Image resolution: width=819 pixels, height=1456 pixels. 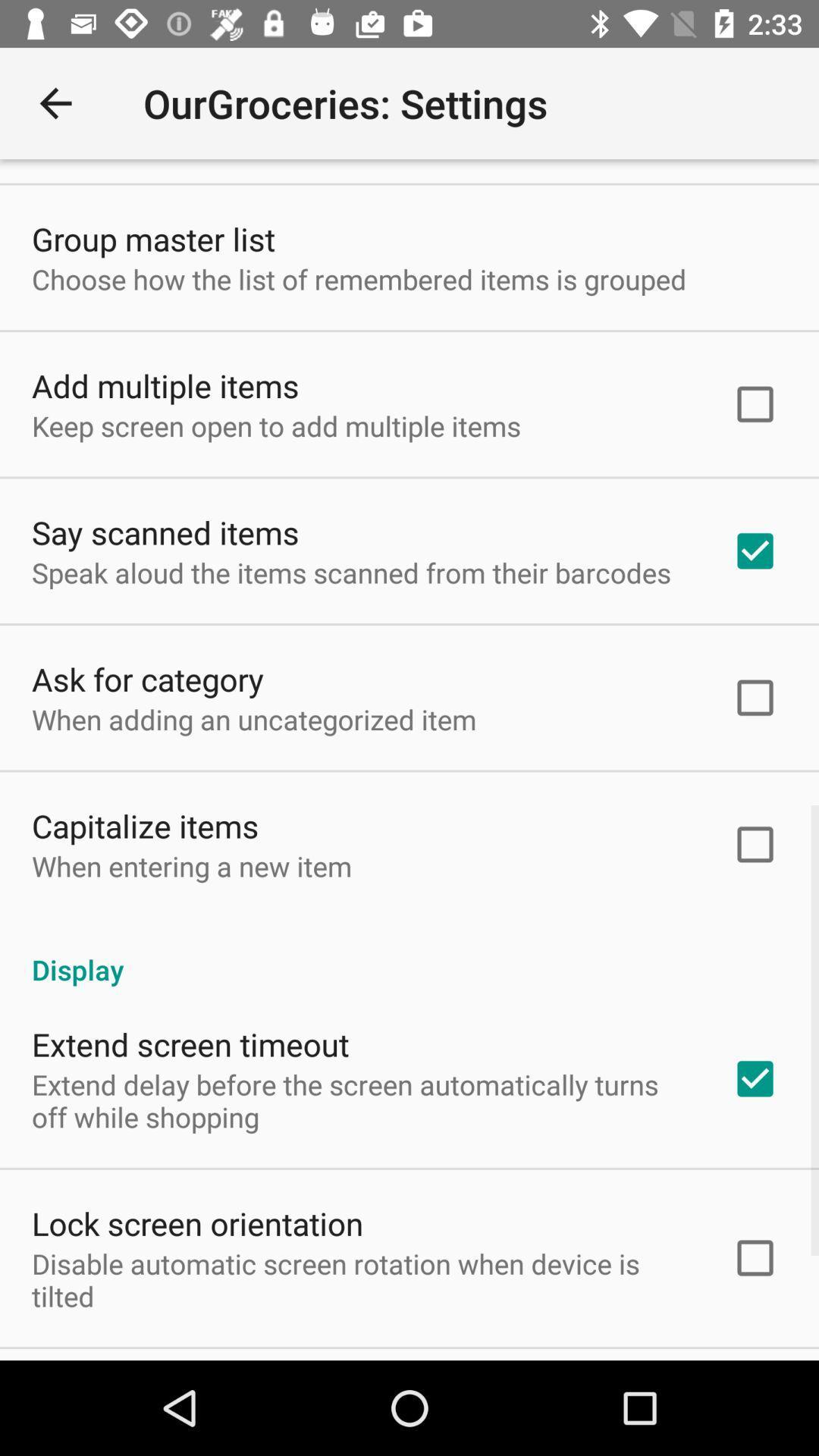 I want to click on icon next to ourgroceries: settings icon, so click(x=55, y=102).